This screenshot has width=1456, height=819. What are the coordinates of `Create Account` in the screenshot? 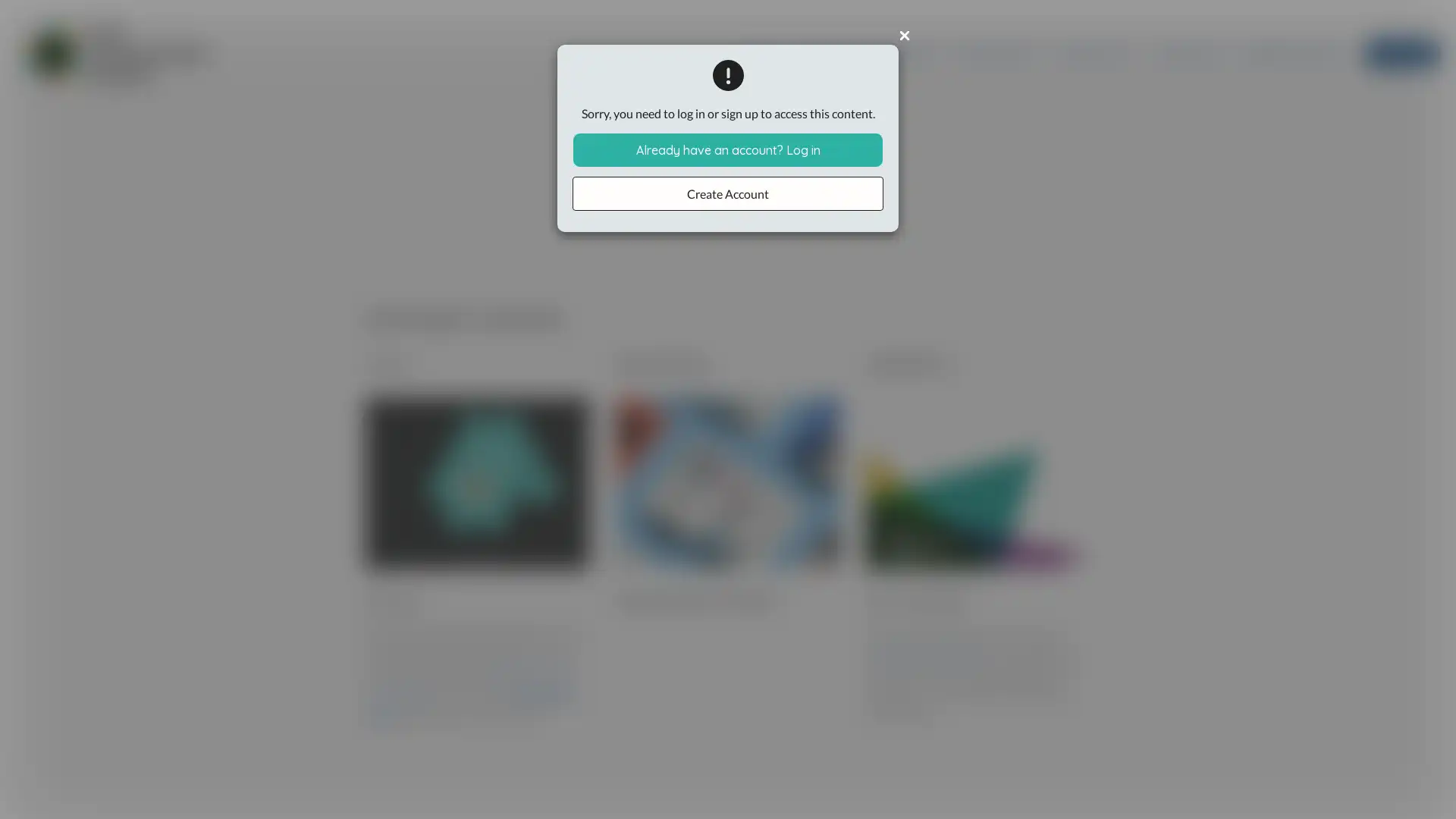 It's located at (728, 193).